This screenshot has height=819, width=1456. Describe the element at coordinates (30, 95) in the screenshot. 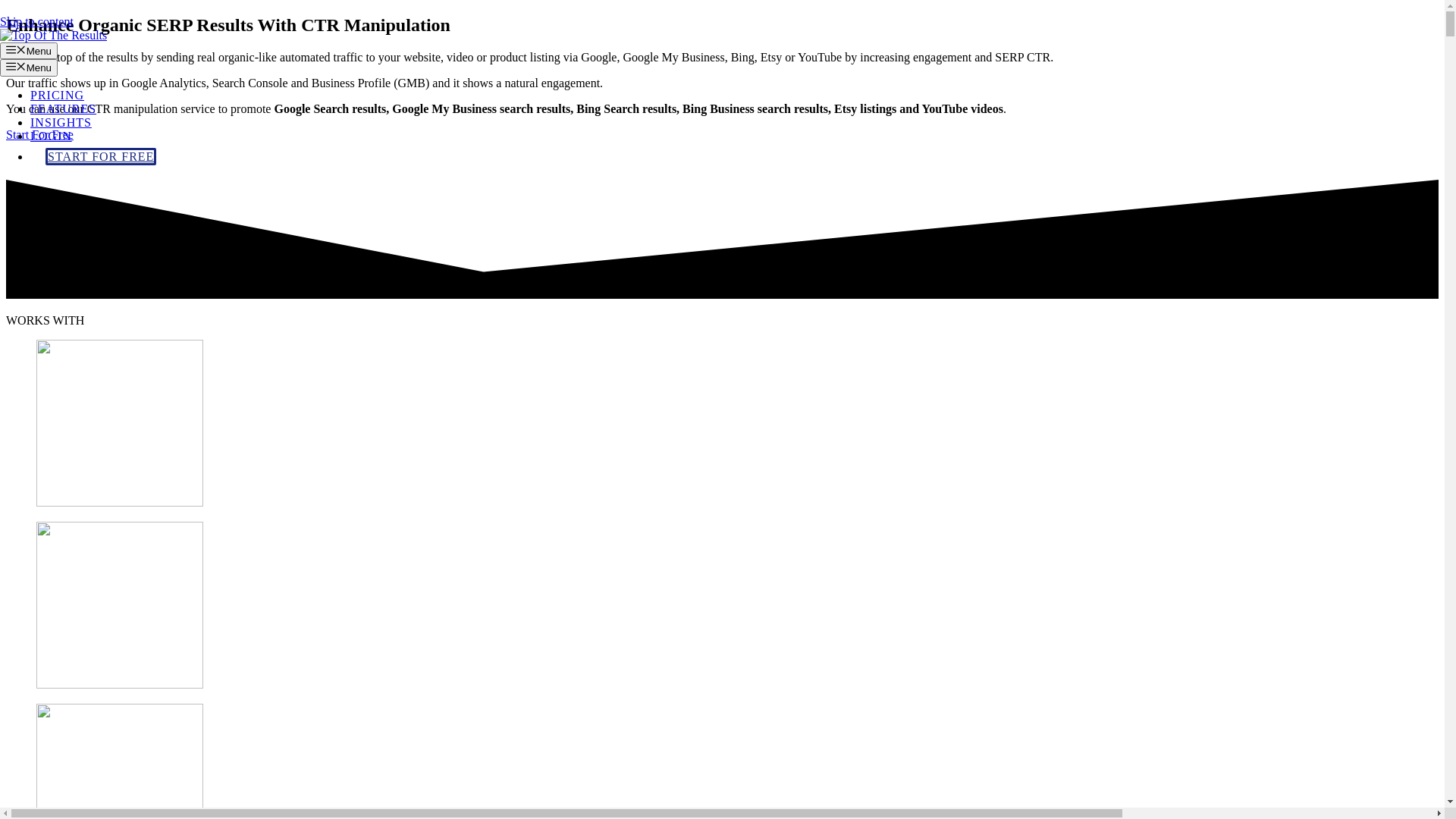

I see `'PRICING'` at that location.